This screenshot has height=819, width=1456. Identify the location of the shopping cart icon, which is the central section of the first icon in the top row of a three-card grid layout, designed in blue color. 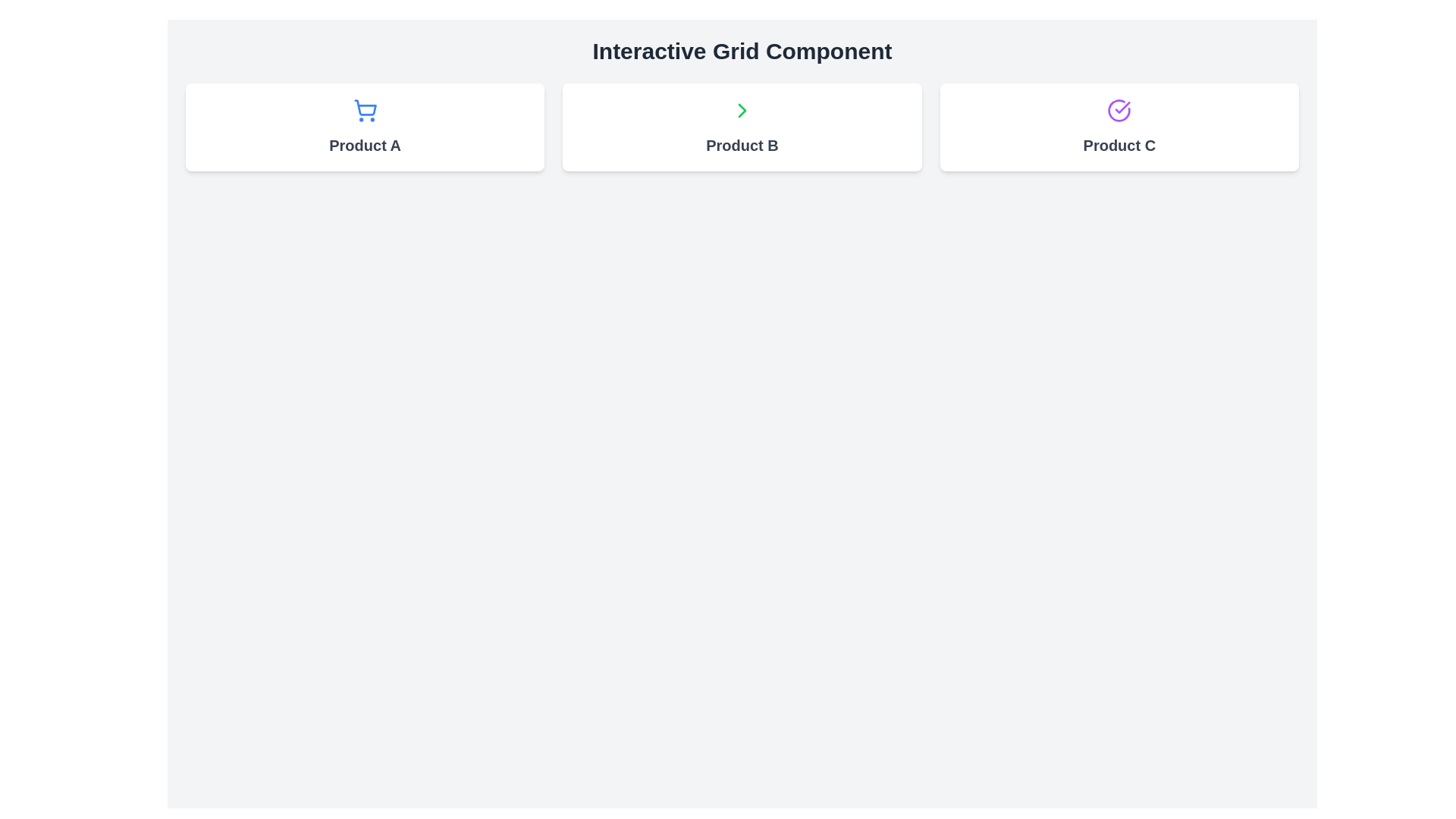
(365, 107).